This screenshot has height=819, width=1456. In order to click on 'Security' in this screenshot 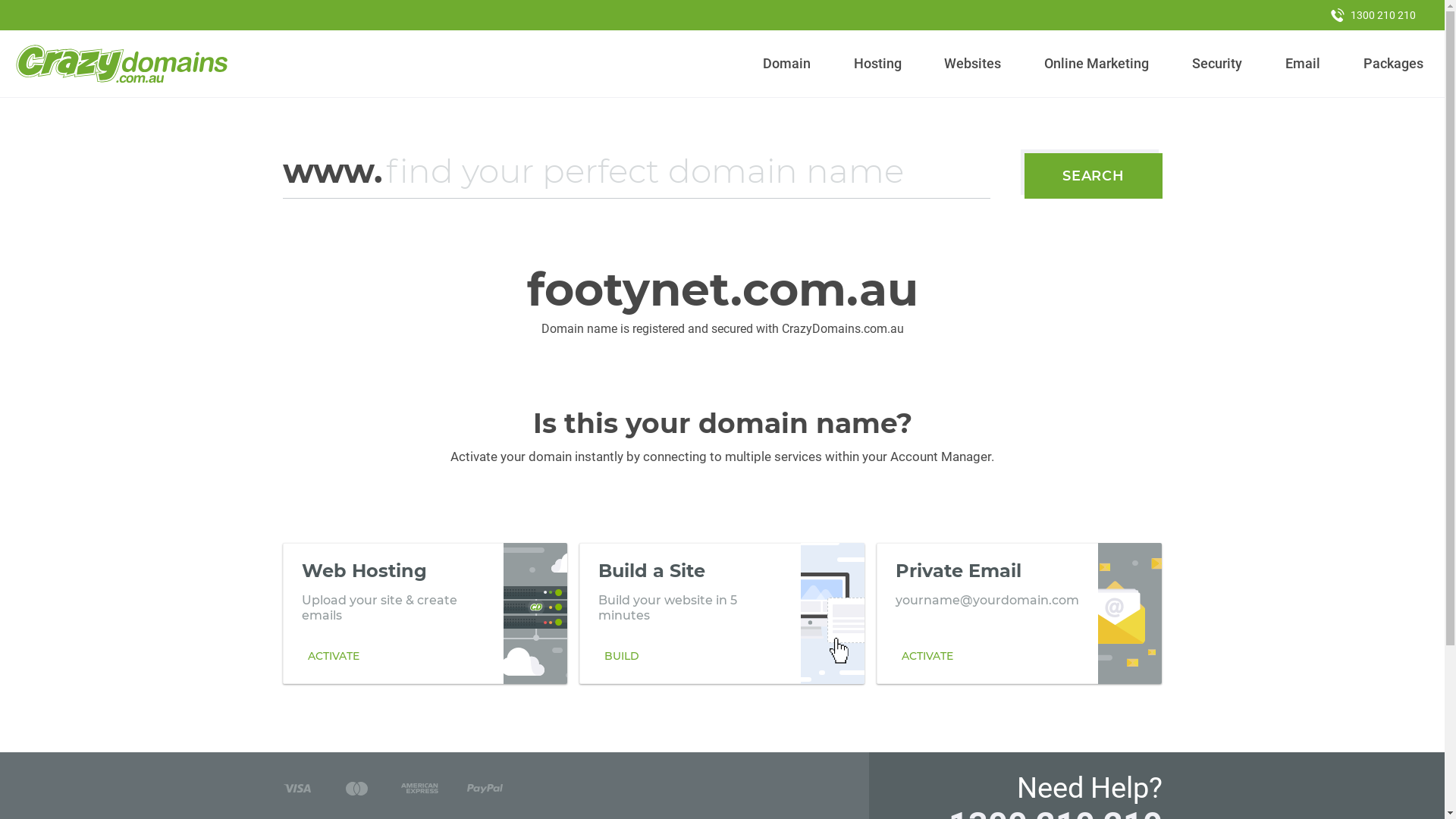, I will do `click(1217, 63)`.